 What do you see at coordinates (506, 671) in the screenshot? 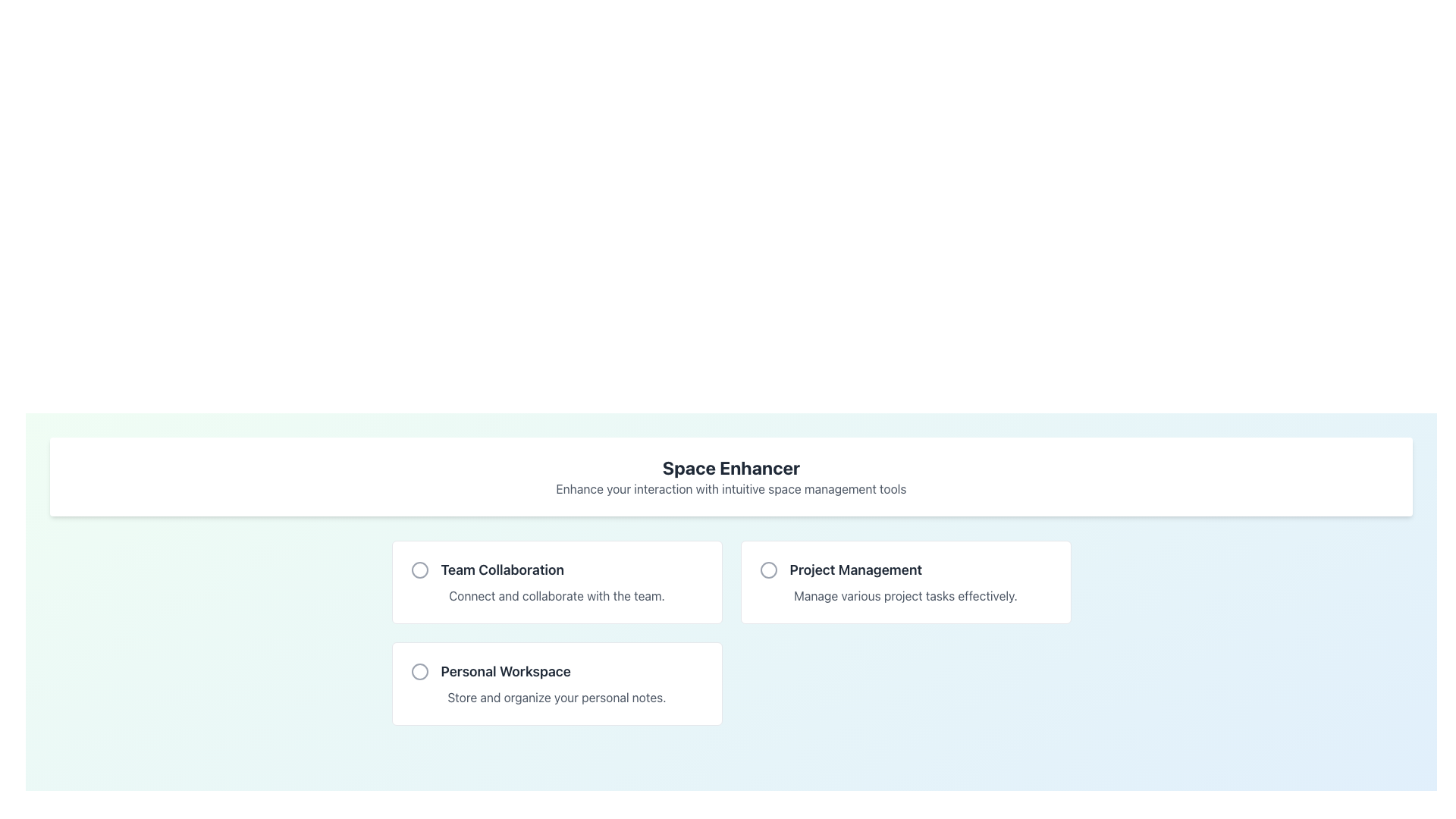
I see `the 'Personal Workspace' text label, which is a large, bold, dark gray label located below the 'Team Collaboration' option and to the right of a circular icon` at bounding box center [506, 671].